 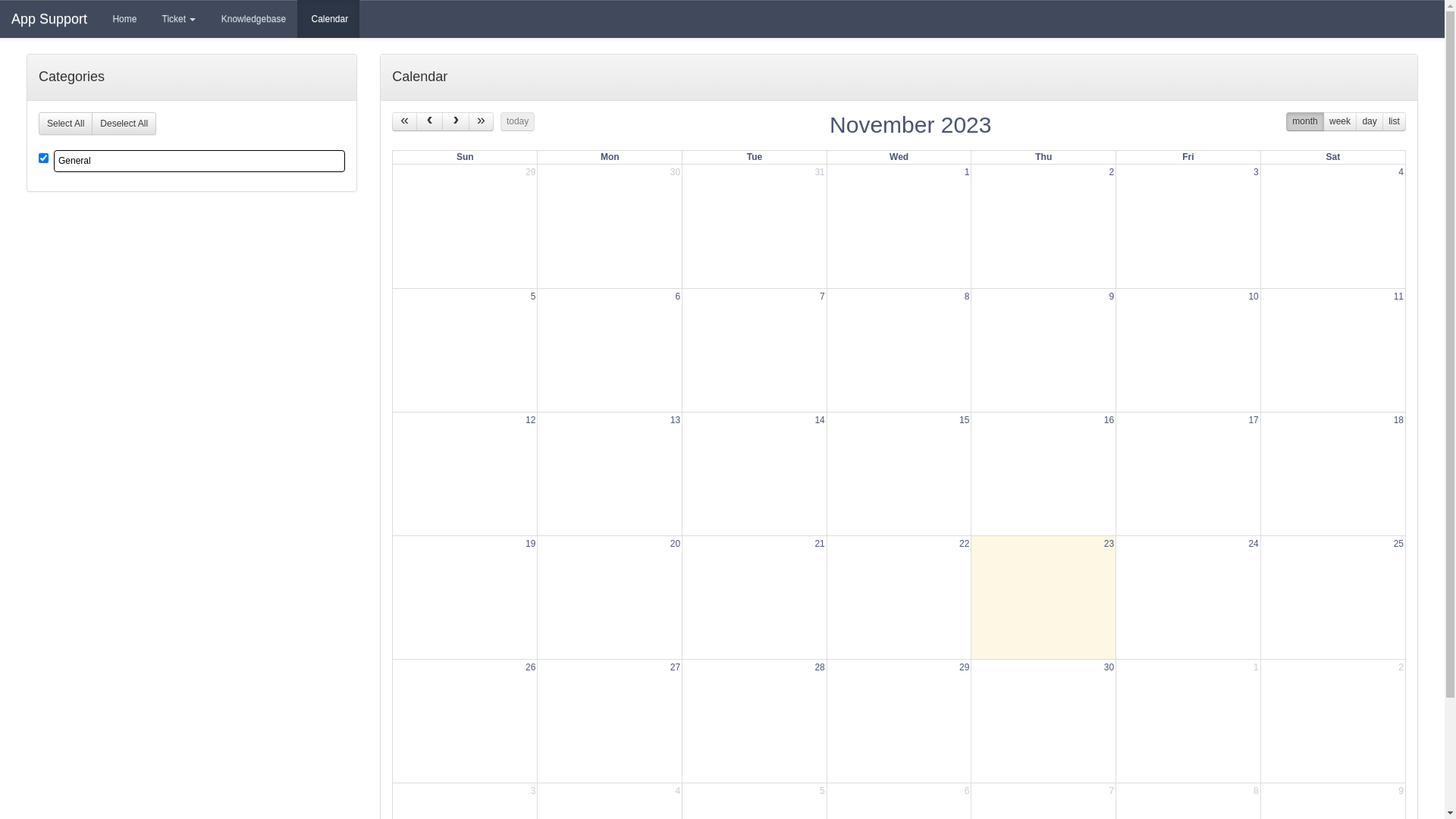 I want to click on 'day', so click(x=1369, y=121).